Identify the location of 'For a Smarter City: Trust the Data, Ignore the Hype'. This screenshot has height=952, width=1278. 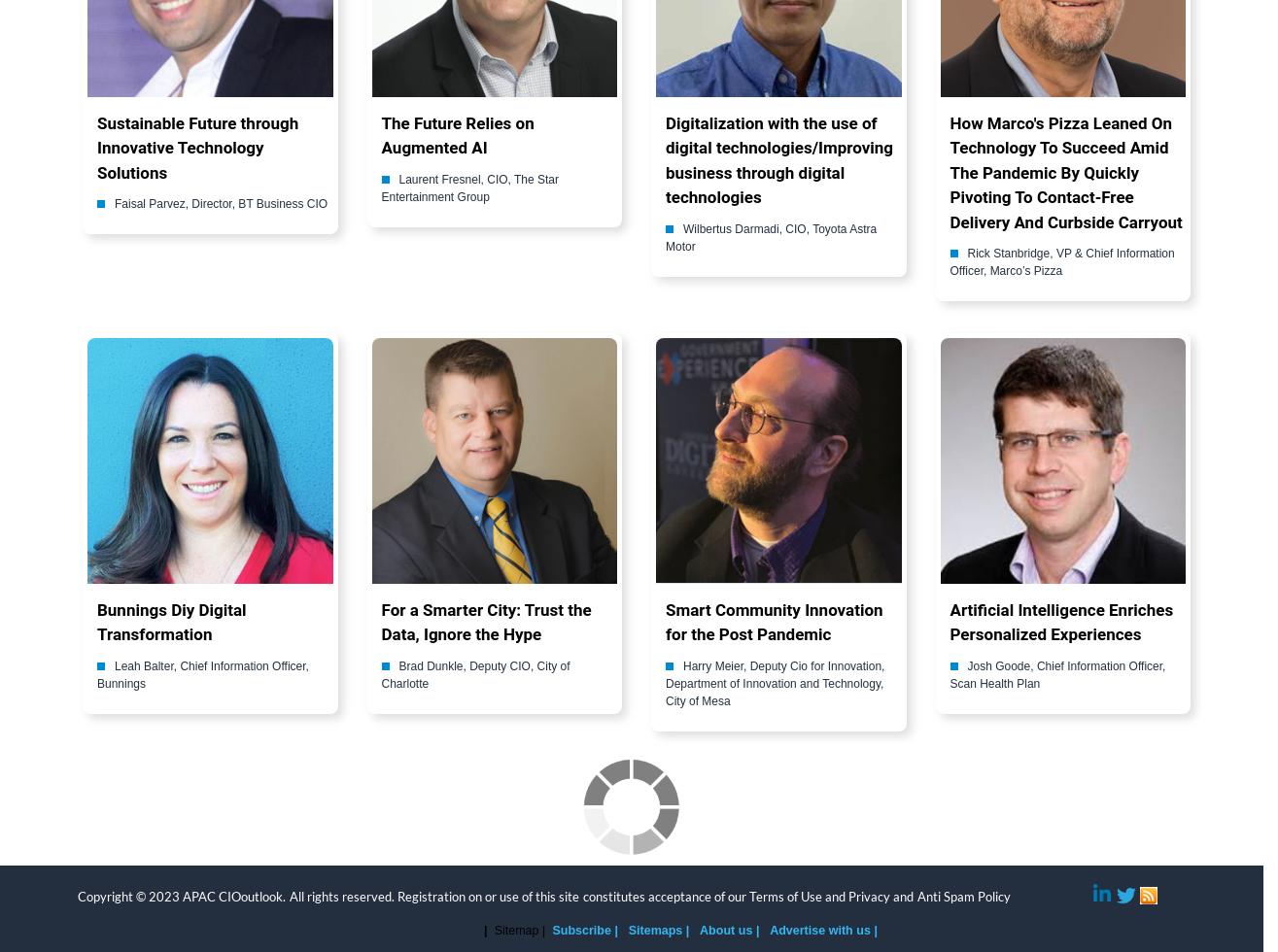
(485, 622).